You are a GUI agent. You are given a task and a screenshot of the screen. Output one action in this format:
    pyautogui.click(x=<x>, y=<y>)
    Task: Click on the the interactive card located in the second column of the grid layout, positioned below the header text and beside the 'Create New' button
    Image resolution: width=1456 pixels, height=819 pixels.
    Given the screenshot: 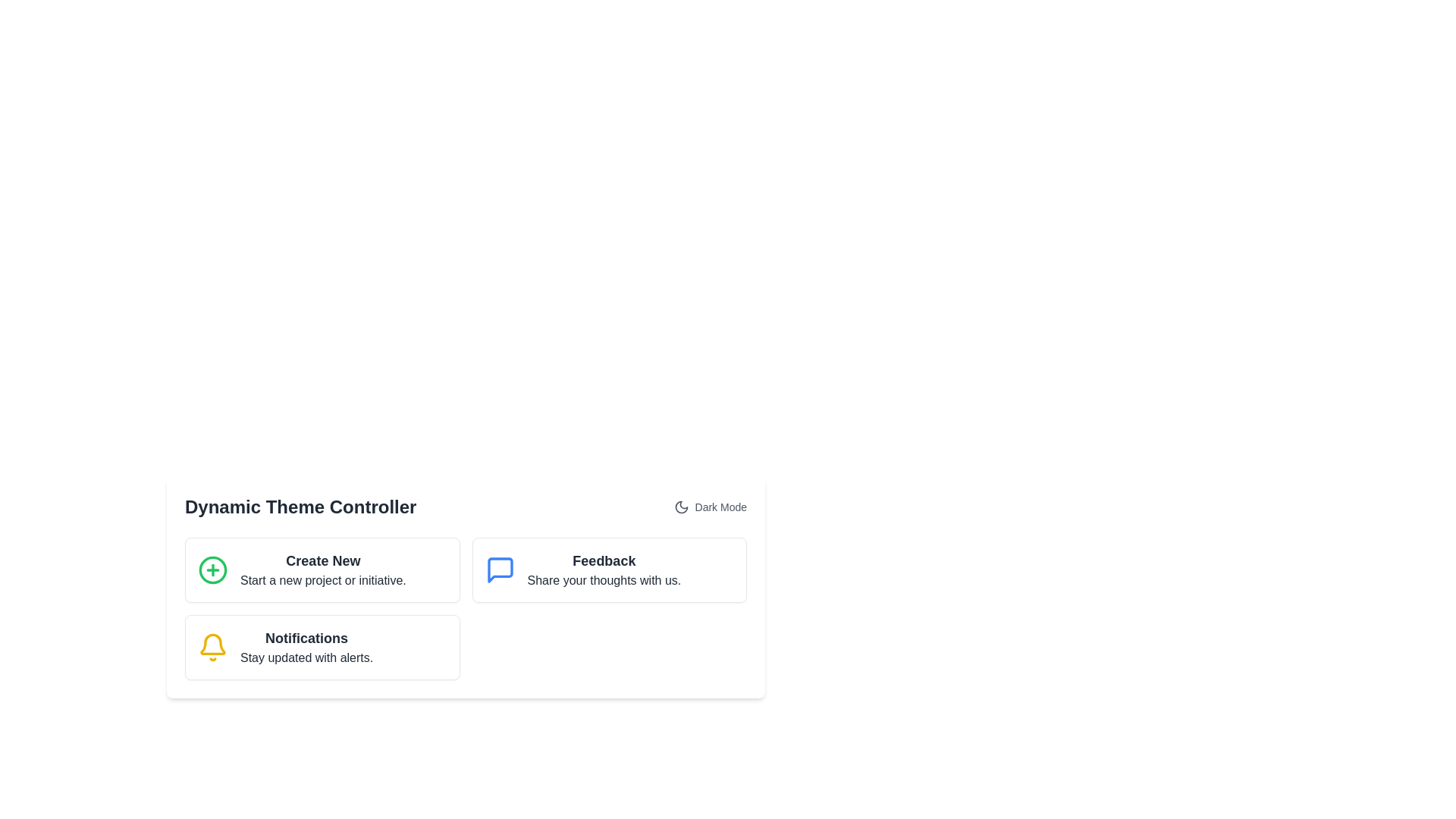 What is the action you would take?
    pyautogui.click(x=609, y=570)
    